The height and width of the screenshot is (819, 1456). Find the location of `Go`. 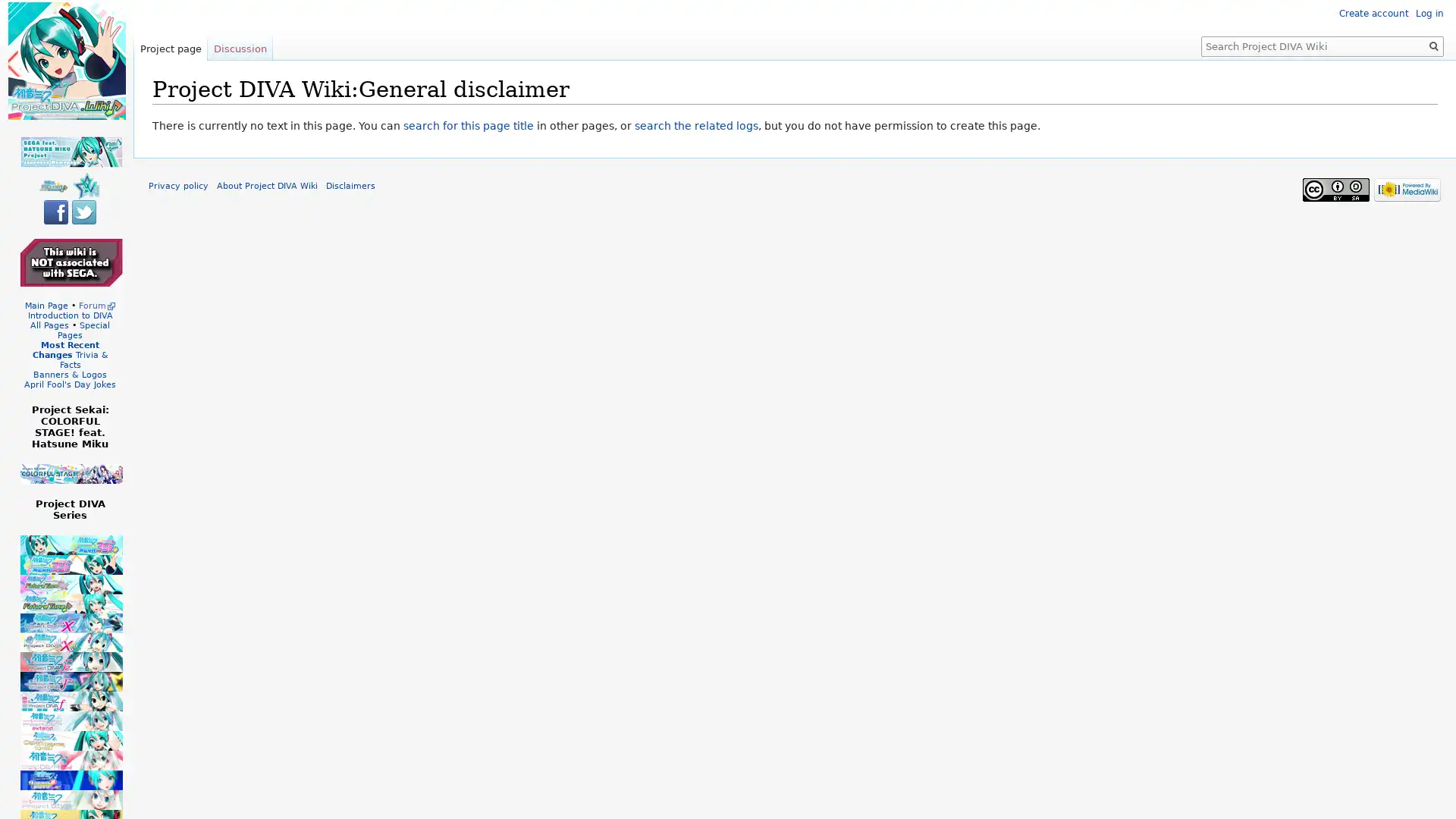

Go is located at coordinates (1433, 45).